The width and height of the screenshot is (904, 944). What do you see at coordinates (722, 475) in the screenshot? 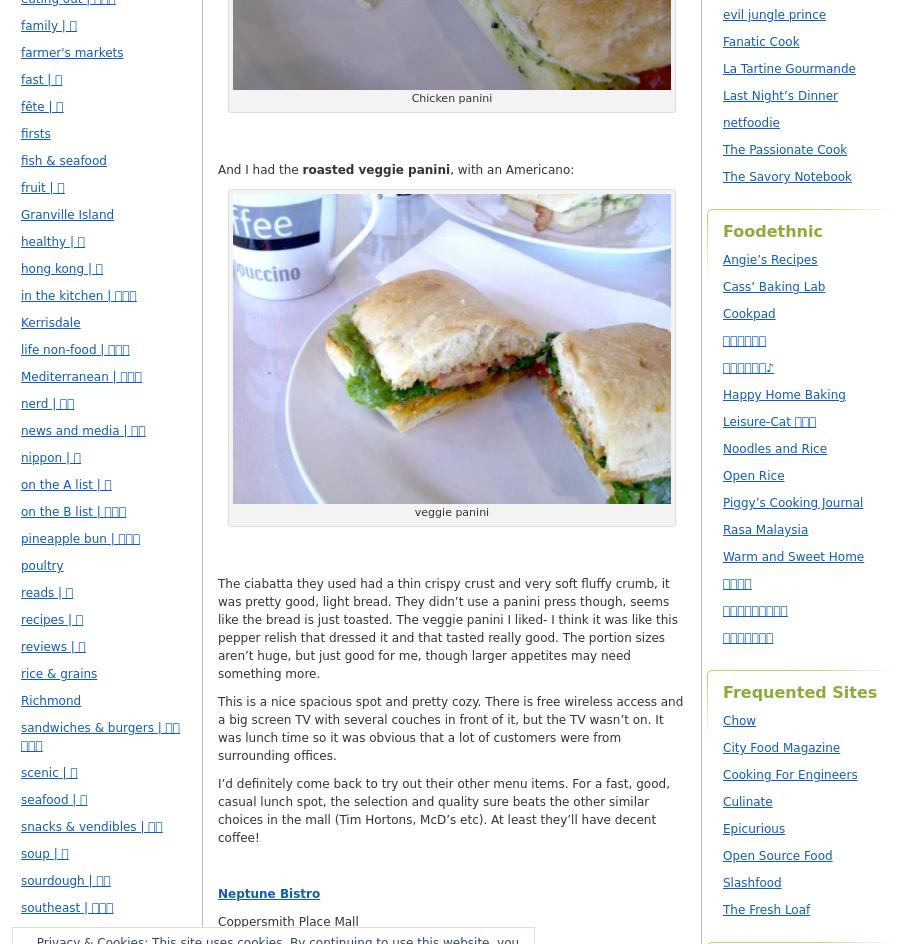
I see `'Open Rice'` at bounding box center [722, 475].